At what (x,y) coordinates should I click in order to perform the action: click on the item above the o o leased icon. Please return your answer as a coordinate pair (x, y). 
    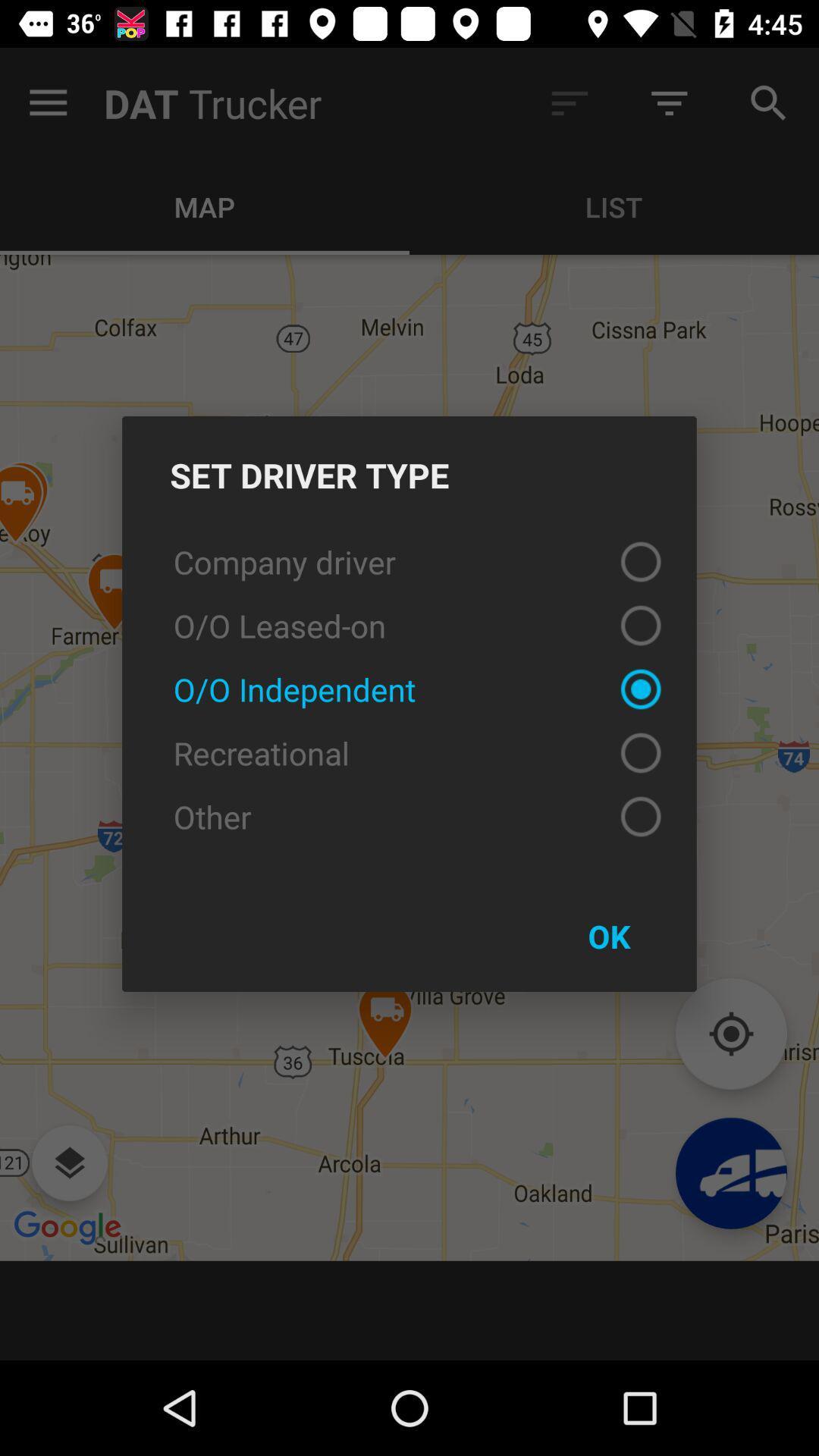
    Looking at the image, I should click on (409, 560).